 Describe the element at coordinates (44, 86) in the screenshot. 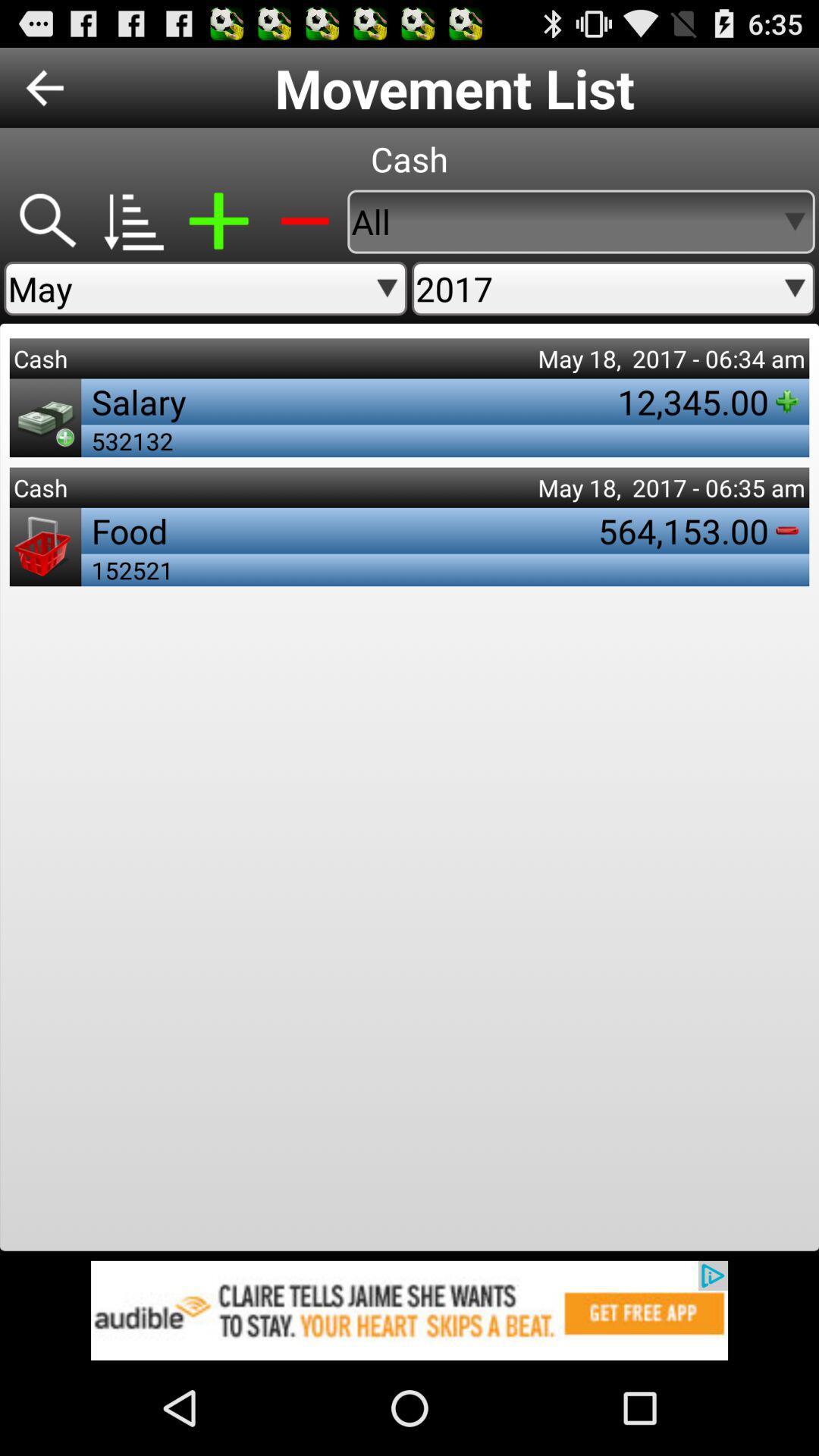

I see `previous screen` at that location.